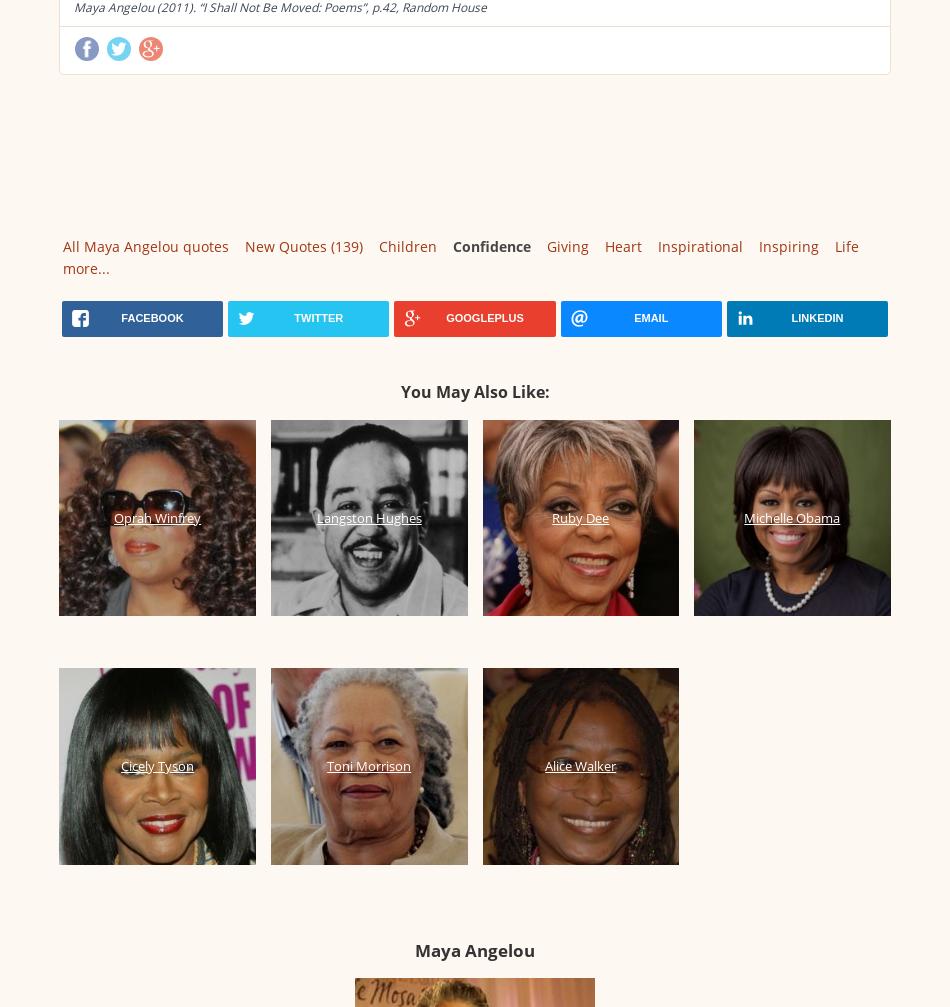 This screenshot has width=950, height=1007. What do you see at coordinates (787, 246) in the screenshot?
I see `'Inspiring'` at bounding box center [787, 246].